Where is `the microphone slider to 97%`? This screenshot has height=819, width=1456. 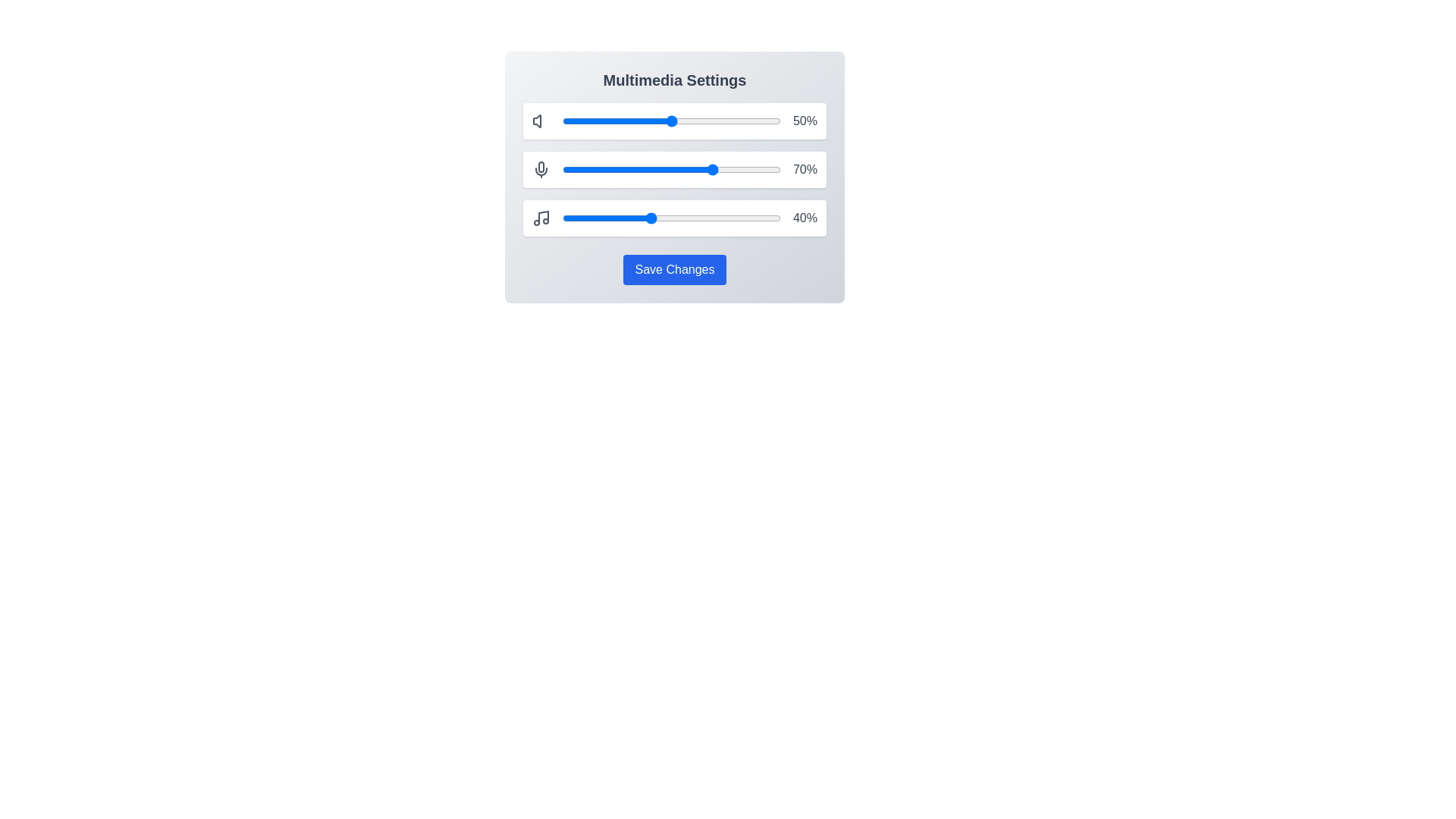 the microphone slider to 97% is located at coordinates (774, 169).